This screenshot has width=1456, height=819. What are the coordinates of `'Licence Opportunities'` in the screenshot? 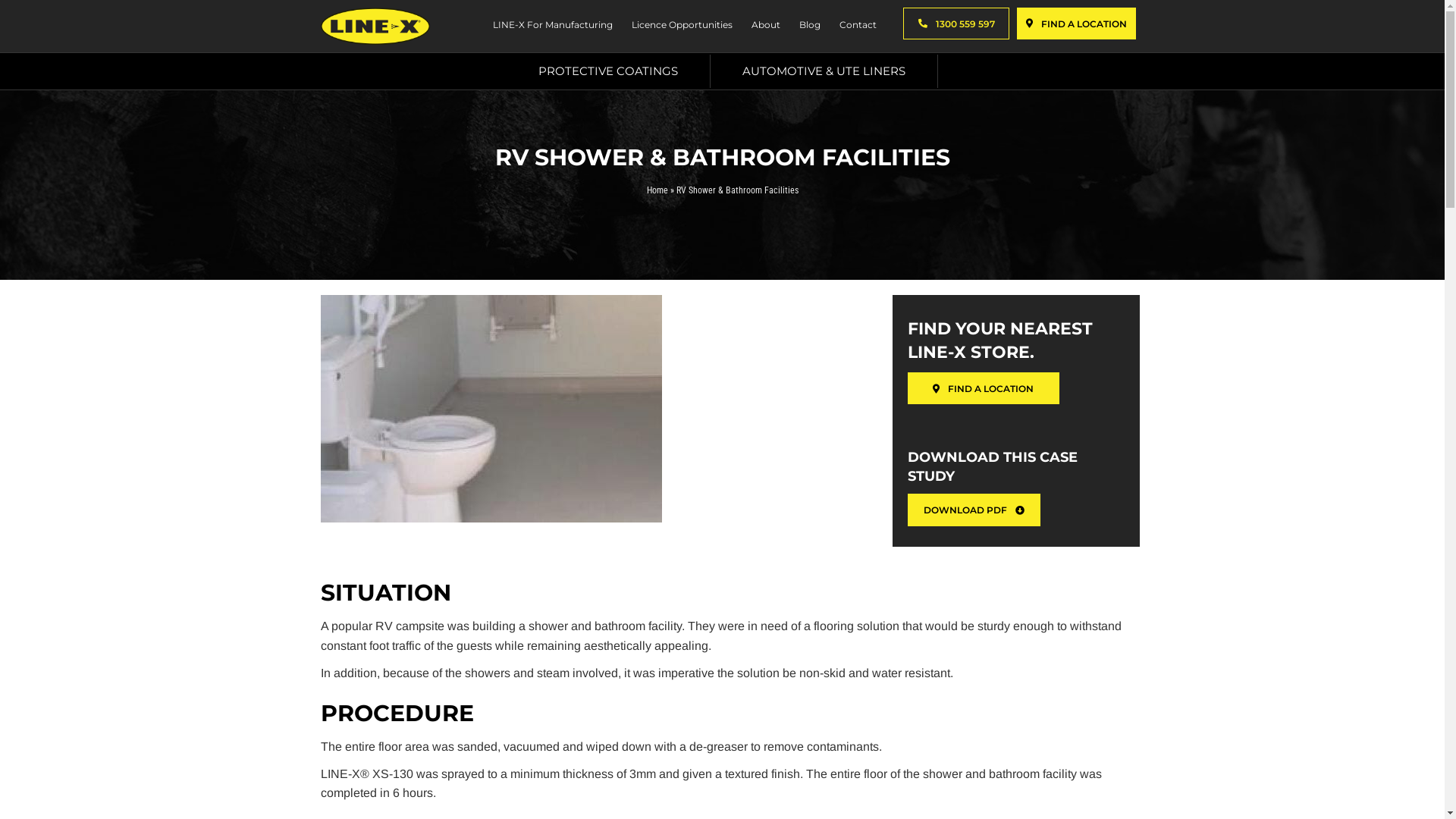 It's located at (679, 26).